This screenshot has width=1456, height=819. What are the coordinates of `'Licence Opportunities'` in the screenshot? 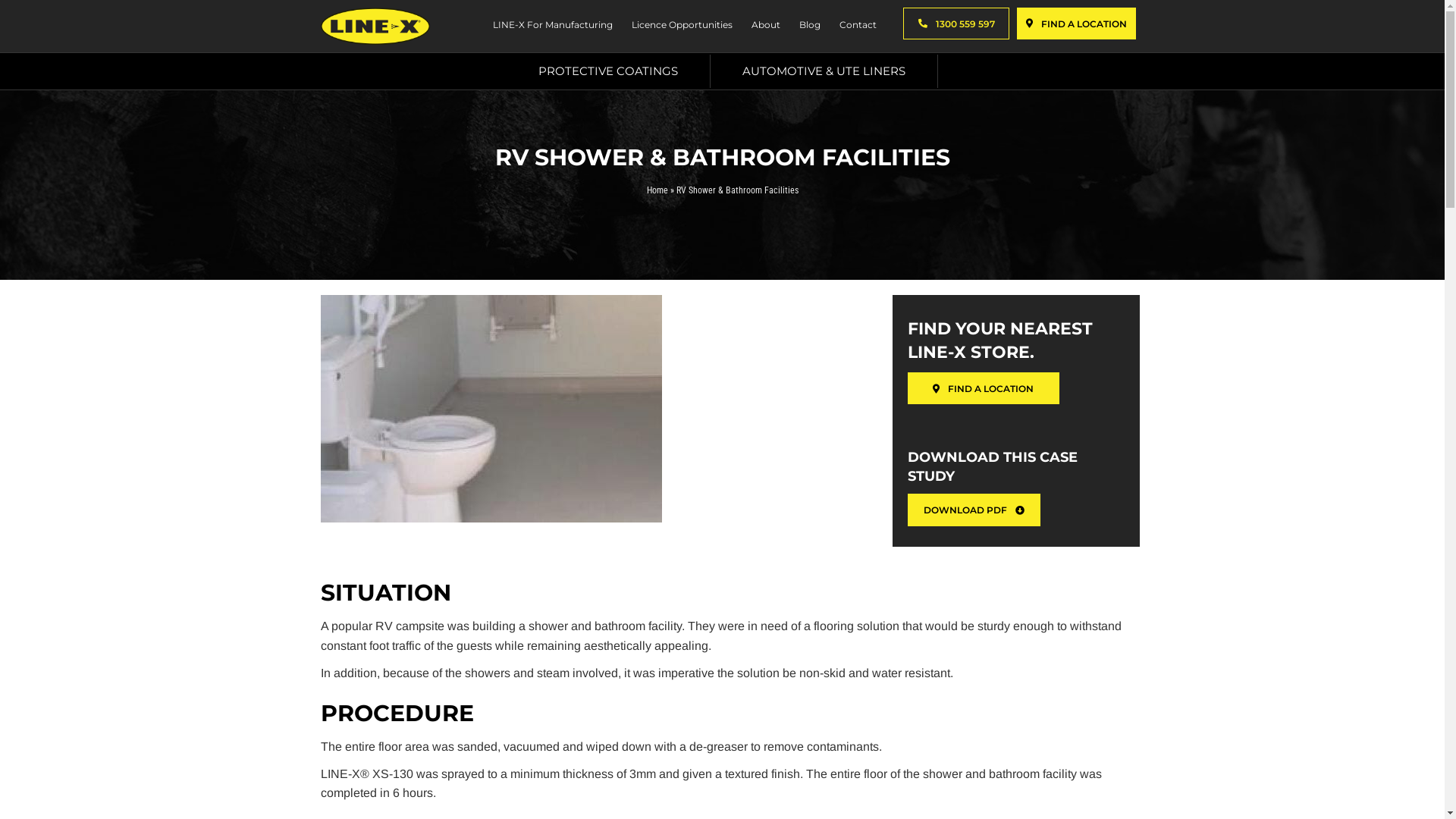 It's located at (679, 26).